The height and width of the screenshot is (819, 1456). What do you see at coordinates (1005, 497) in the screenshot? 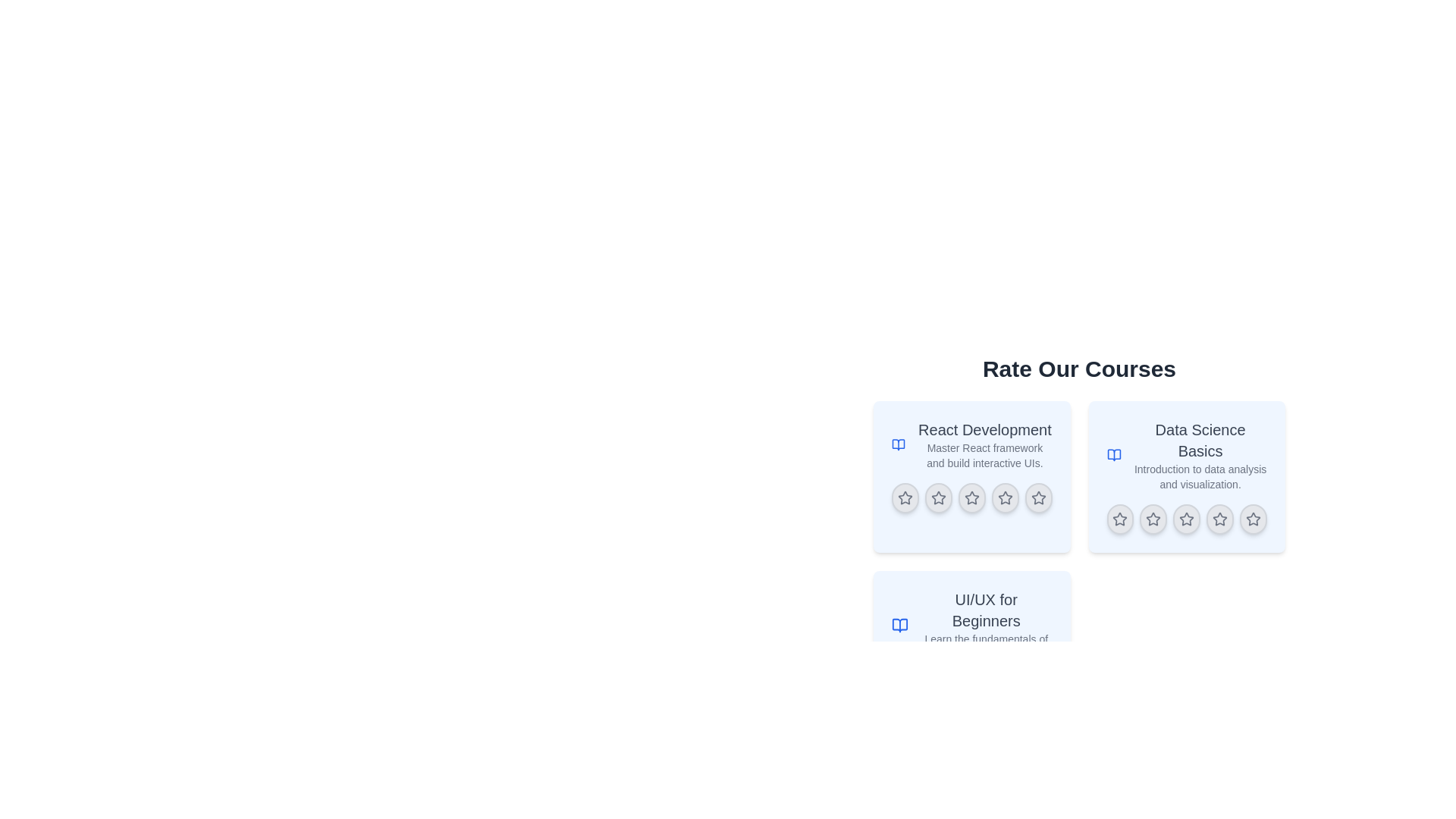
I see `the fourth star icon in the rating system for the 'React Development' course` at bounding box center [1005, 497].